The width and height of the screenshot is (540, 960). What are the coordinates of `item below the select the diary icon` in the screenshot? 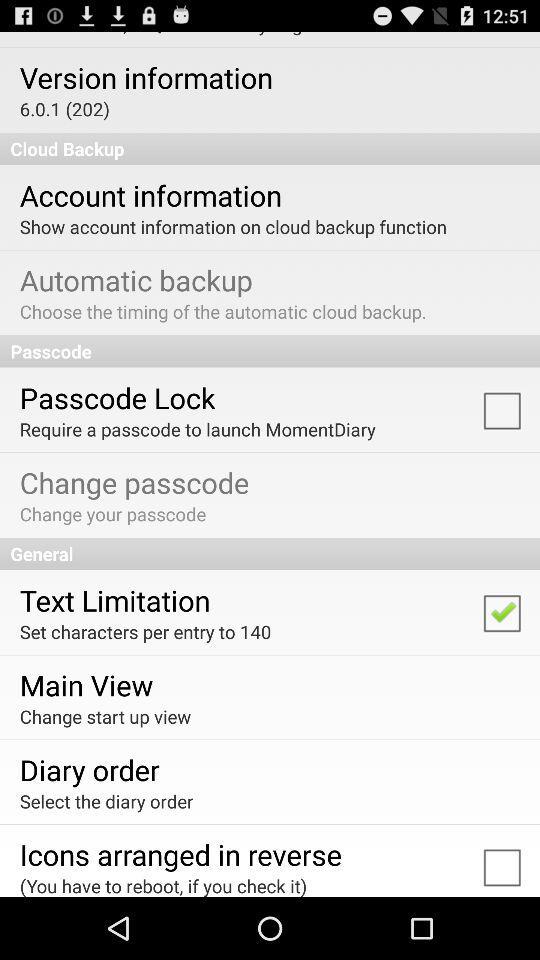 It's located at (180, 853).